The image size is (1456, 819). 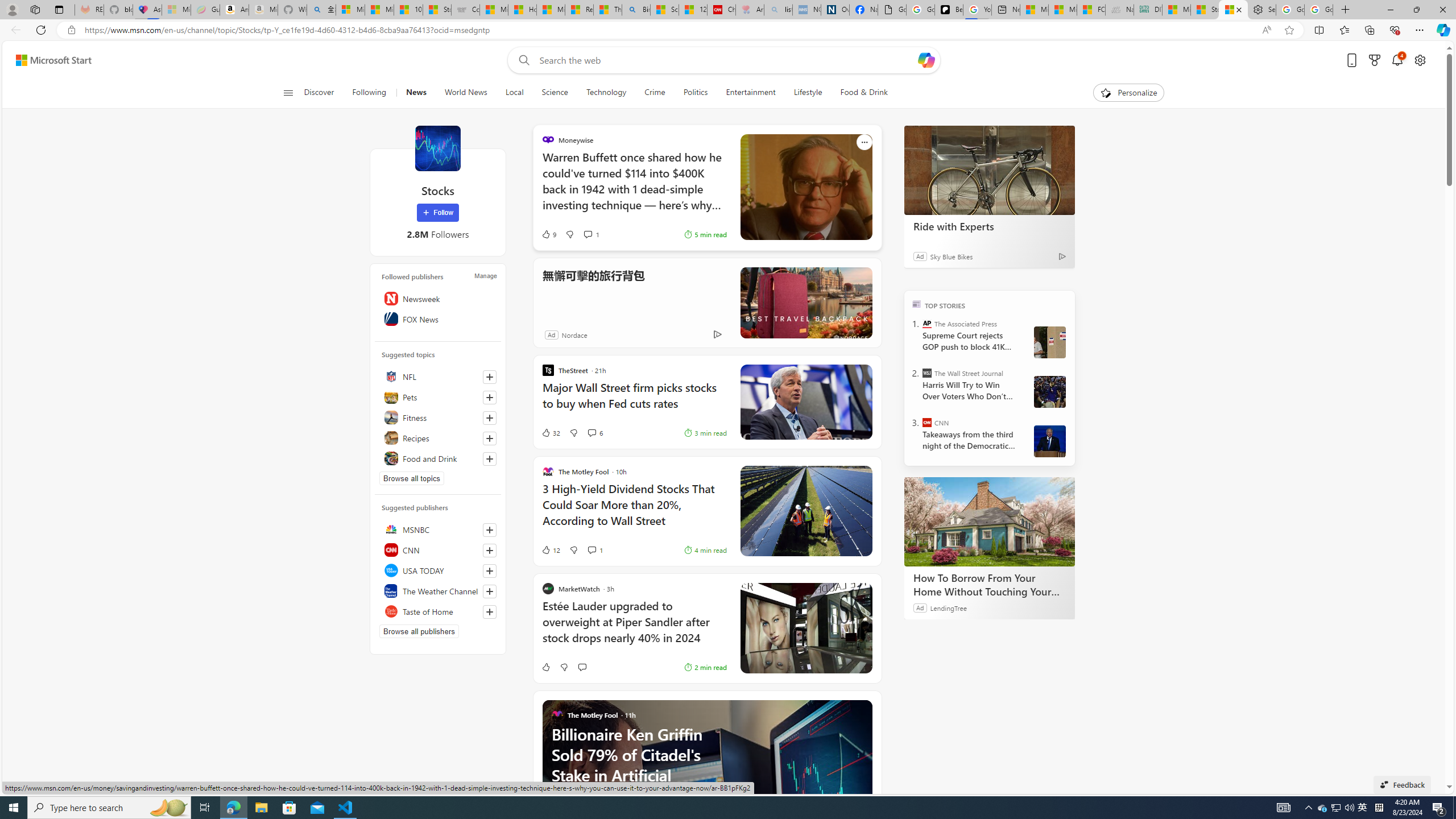 I want to click on 'View comments 6 Comment', so click(x=594, y=433).